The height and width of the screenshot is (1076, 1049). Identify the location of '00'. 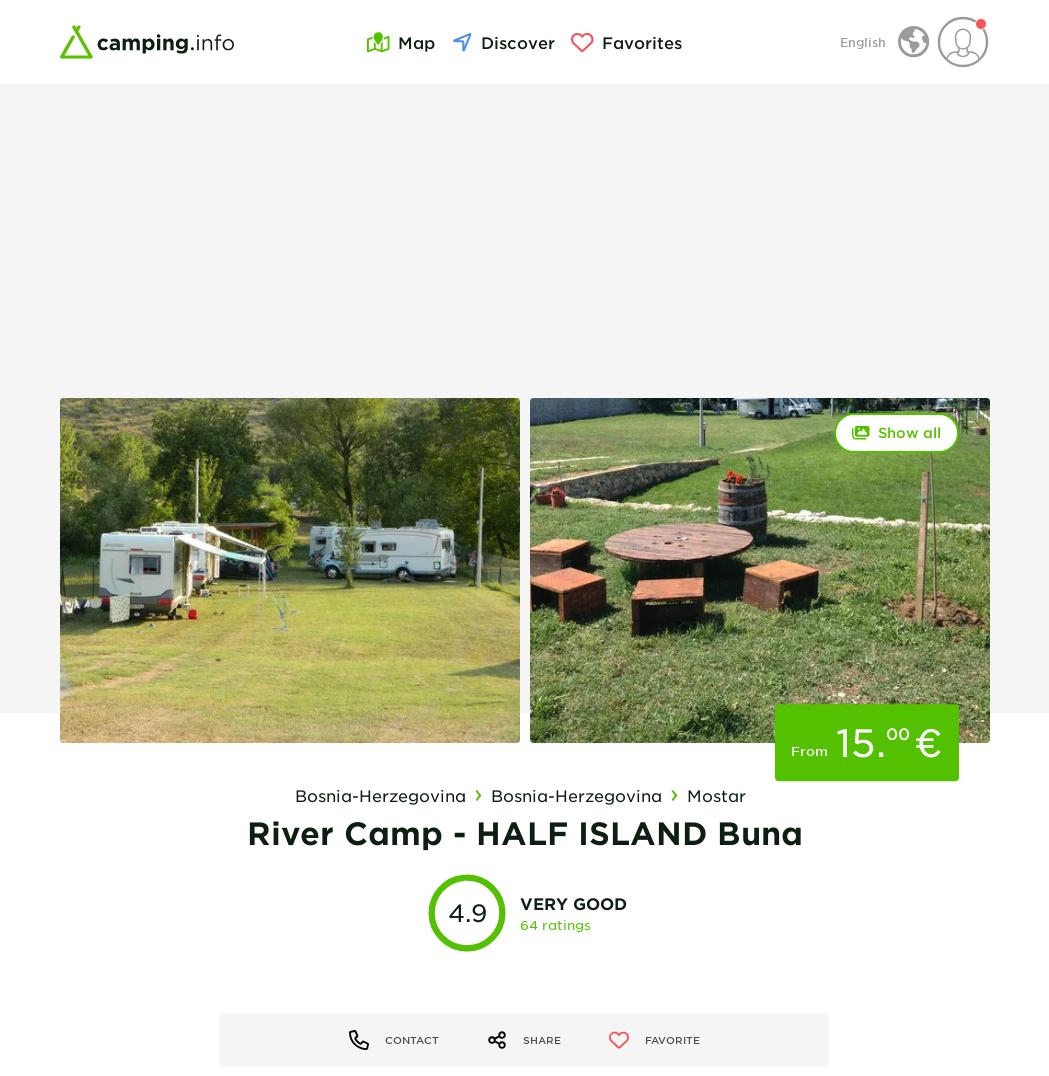
(895, 731).